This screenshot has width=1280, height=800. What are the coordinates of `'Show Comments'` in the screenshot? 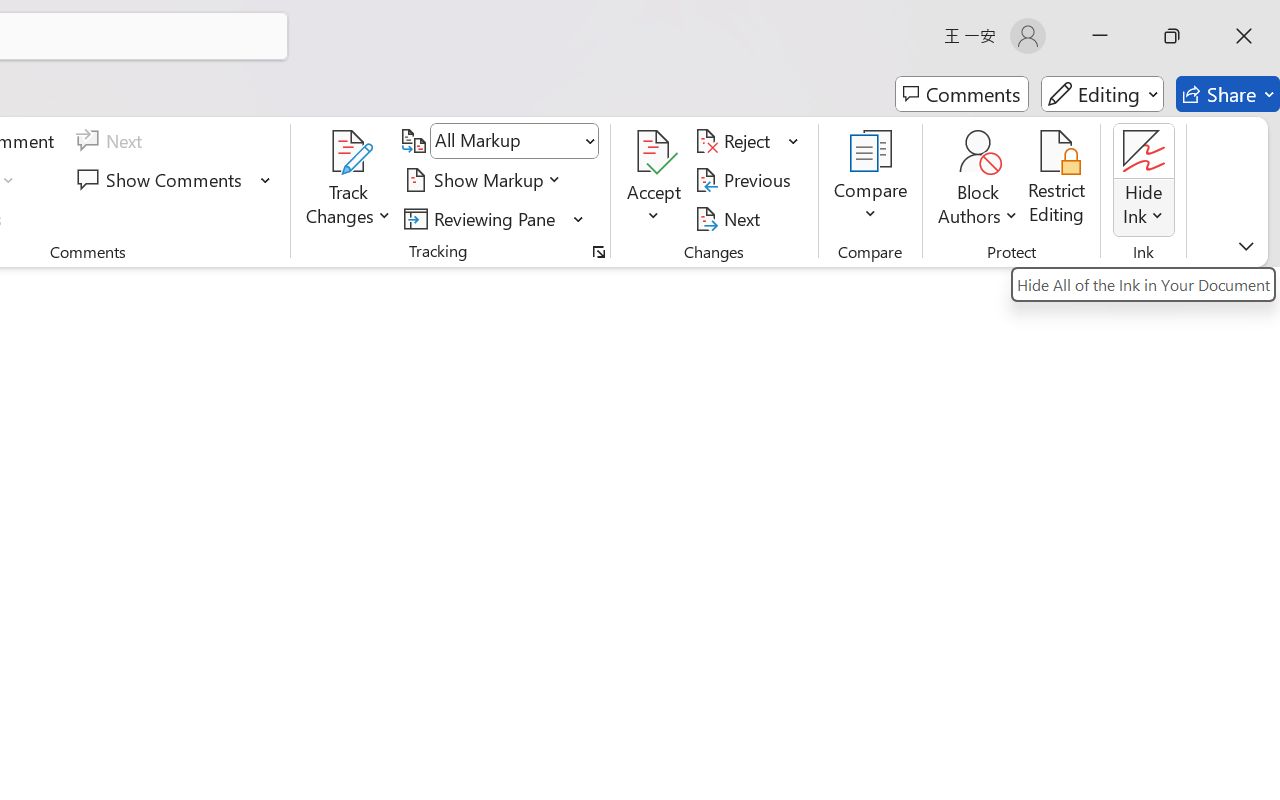 It's located at (162, 179).